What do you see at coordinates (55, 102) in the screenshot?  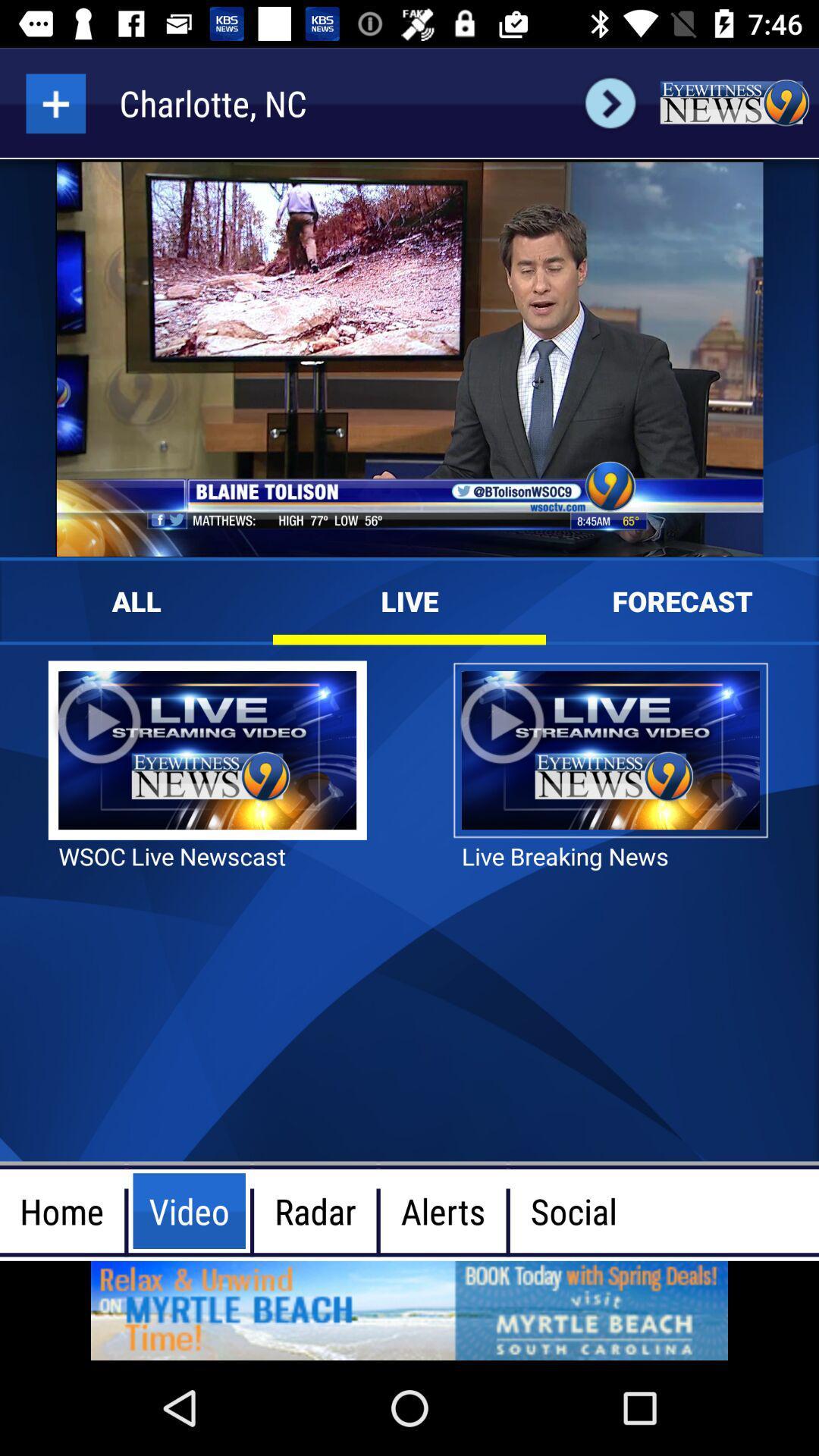 I see `add to feature` at bounding box center [55, 102].